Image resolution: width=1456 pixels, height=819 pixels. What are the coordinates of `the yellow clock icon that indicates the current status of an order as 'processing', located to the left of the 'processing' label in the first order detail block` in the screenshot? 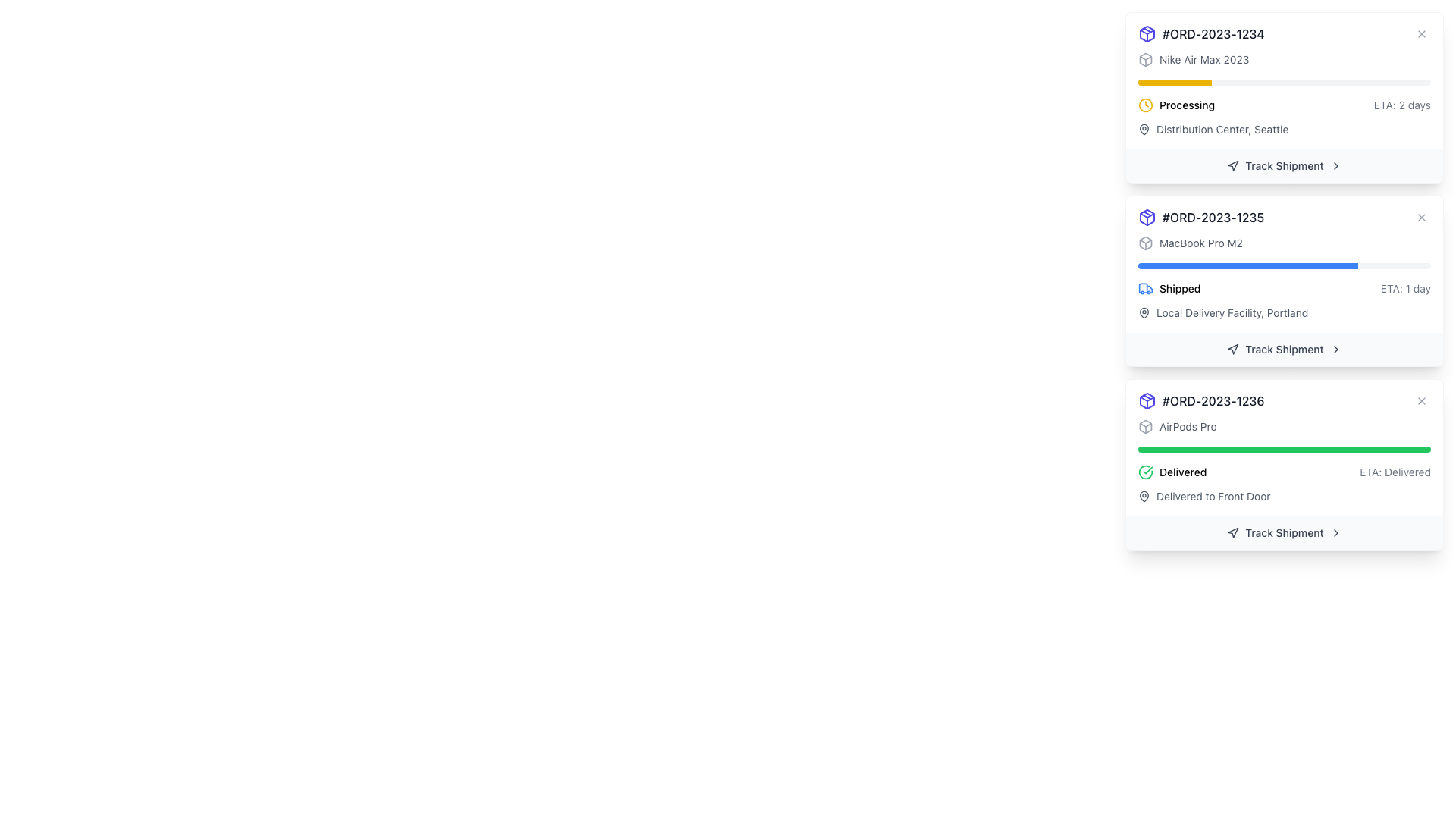 It's located at (1146, 104).